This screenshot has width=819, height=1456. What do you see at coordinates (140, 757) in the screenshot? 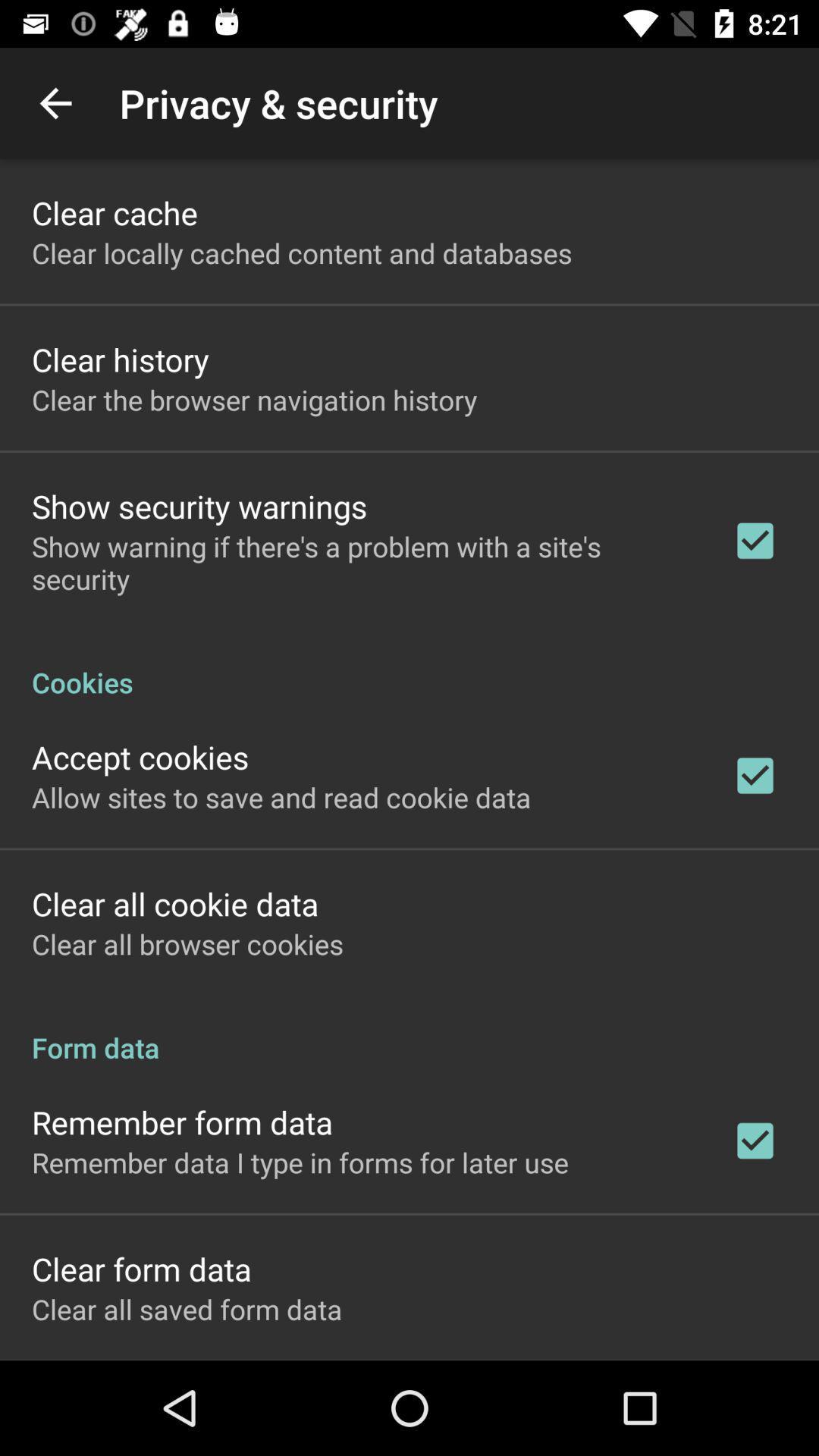
I see `icon above allow sites to item` at bounding box center [140, 757].